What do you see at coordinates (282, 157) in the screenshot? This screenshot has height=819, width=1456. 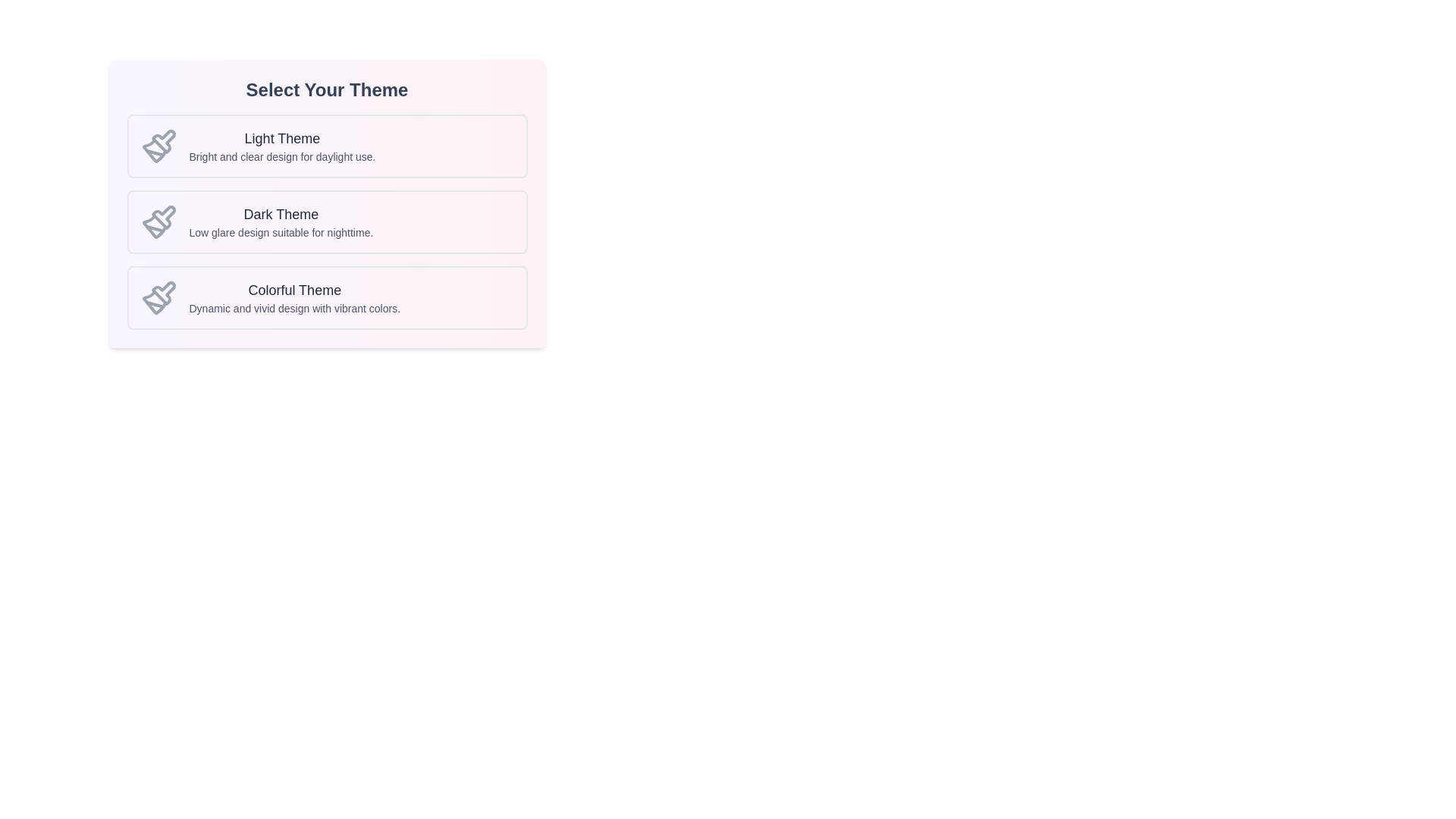 I see `the descriptive text block that reads 'Bright and clear design` at bounding box center [282, 157].